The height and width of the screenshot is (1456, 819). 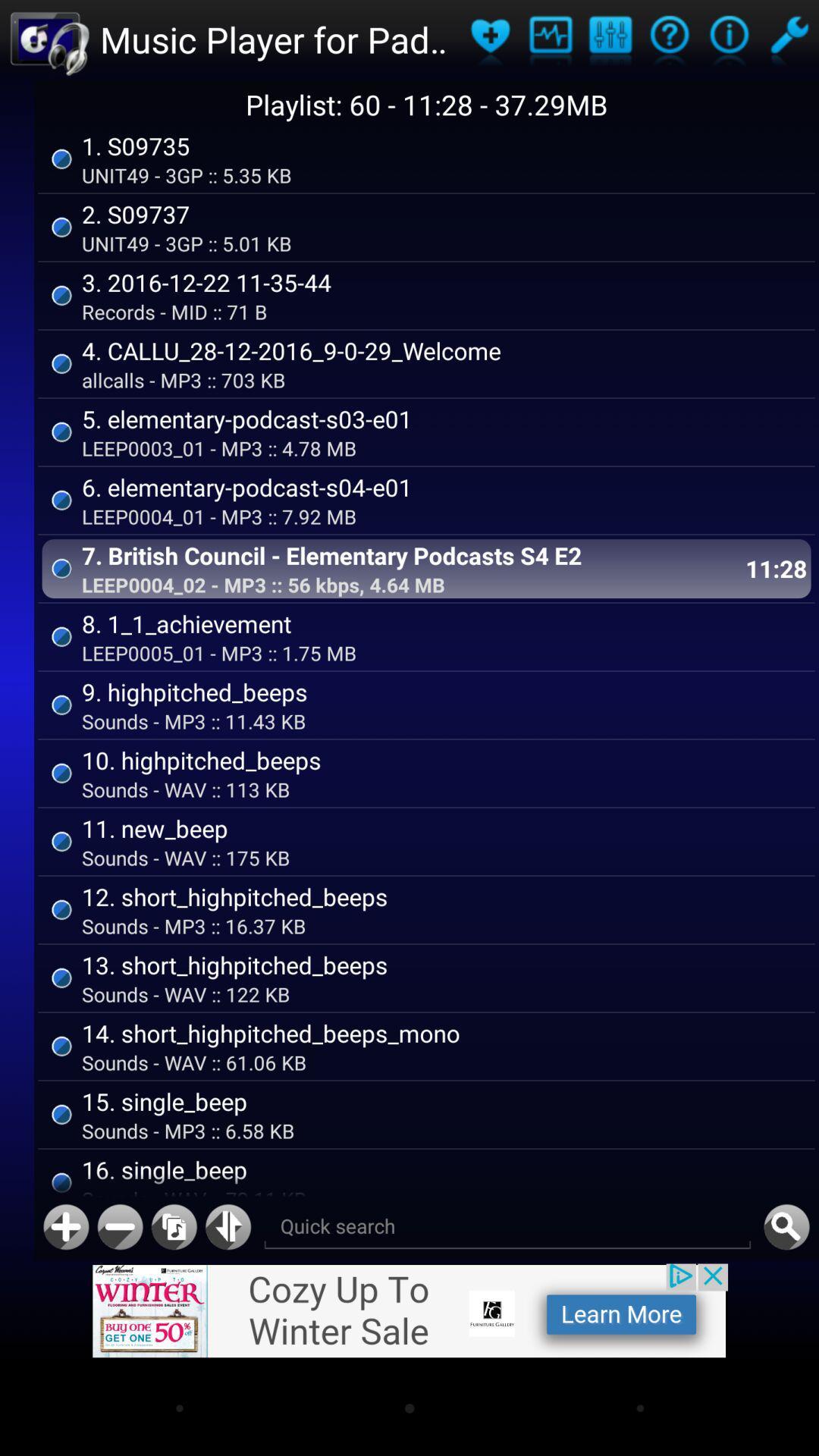 I want to click on music to documents, so click(x=173, y=1227).